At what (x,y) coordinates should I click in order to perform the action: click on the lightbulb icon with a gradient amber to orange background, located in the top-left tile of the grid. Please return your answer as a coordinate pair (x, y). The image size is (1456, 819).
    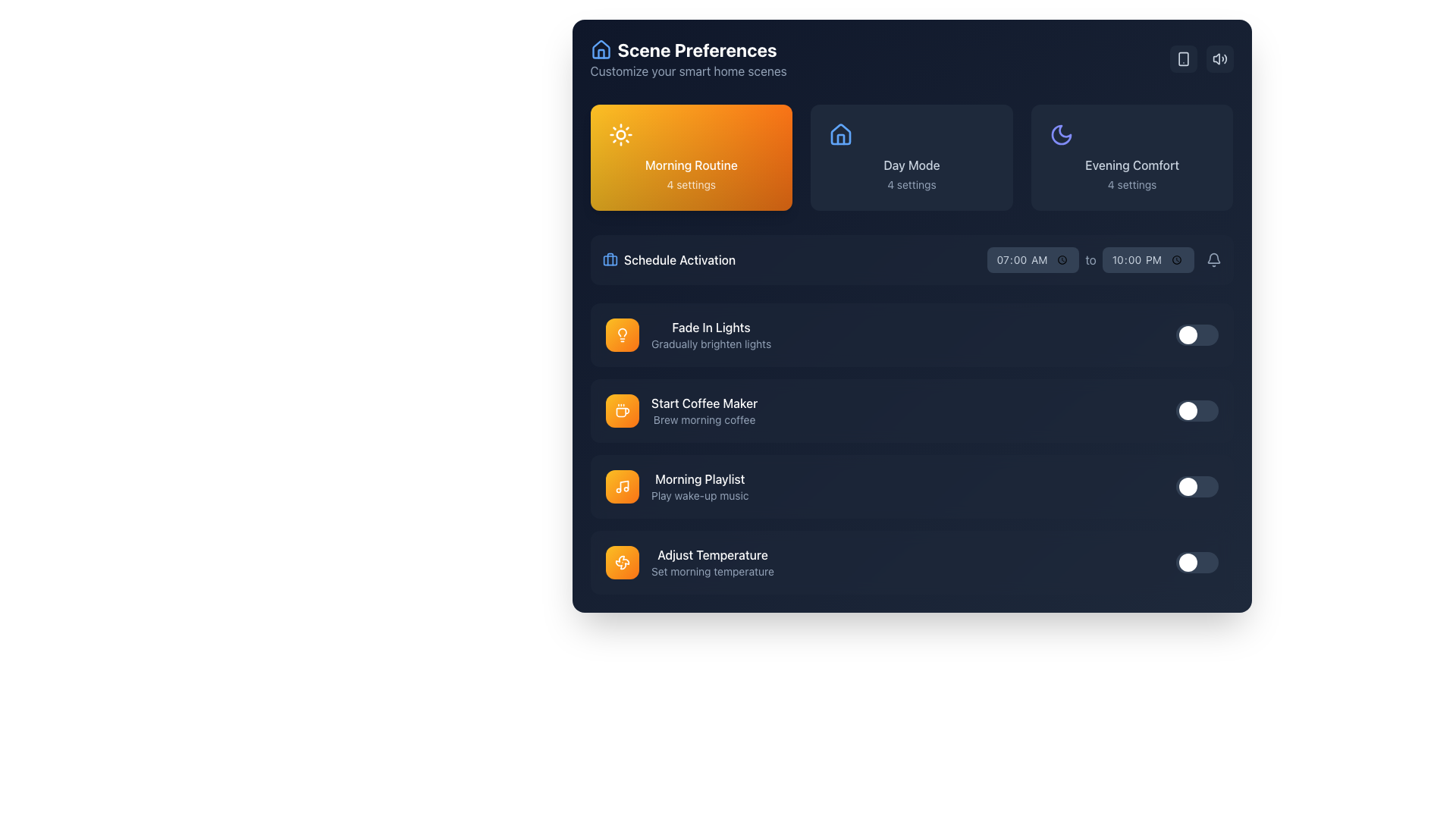
    Looking at the image, I should click on (622, 334).